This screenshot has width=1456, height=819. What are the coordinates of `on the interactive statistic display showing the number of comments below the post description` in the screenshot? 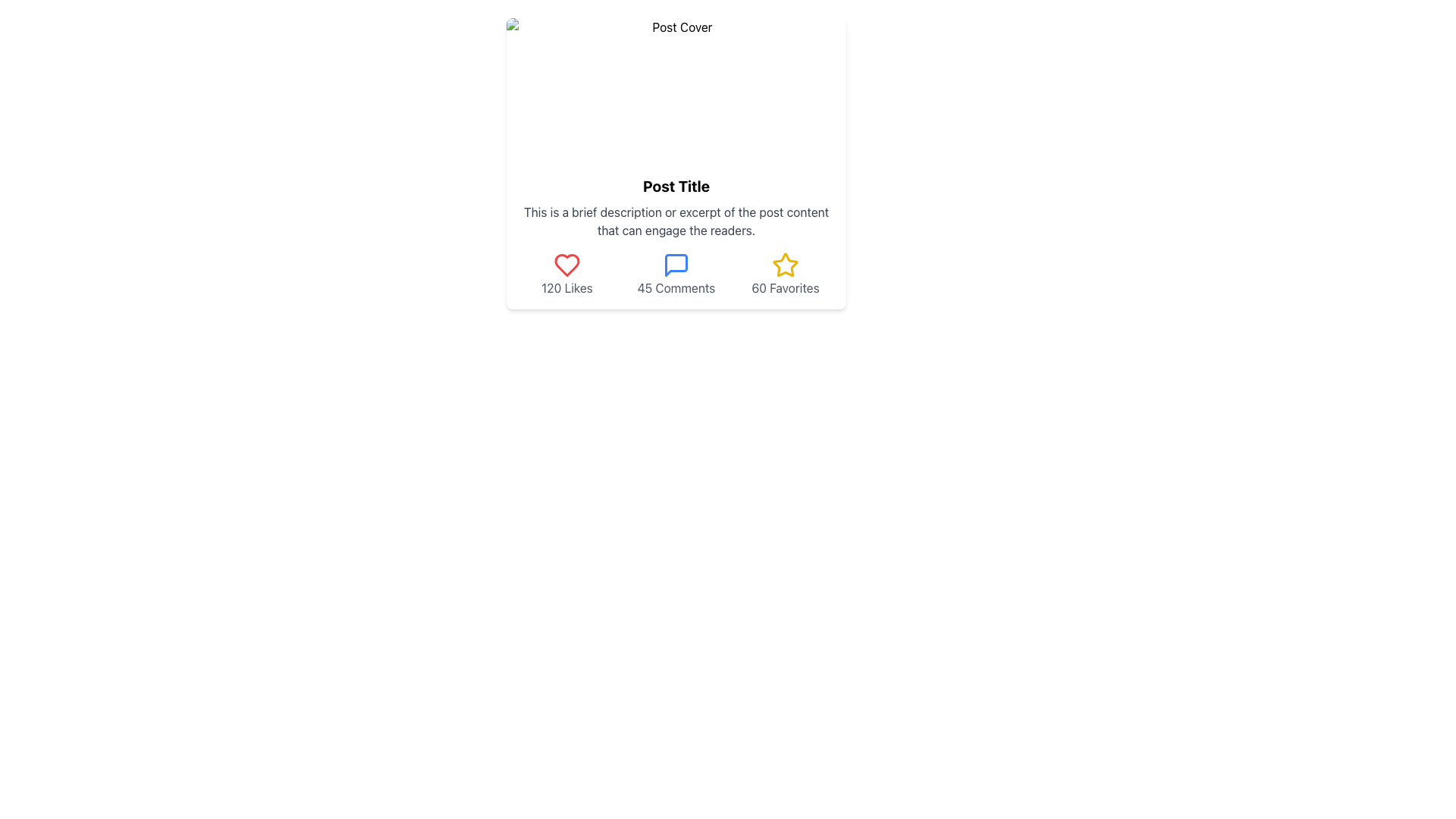 It's located at (676, 275).